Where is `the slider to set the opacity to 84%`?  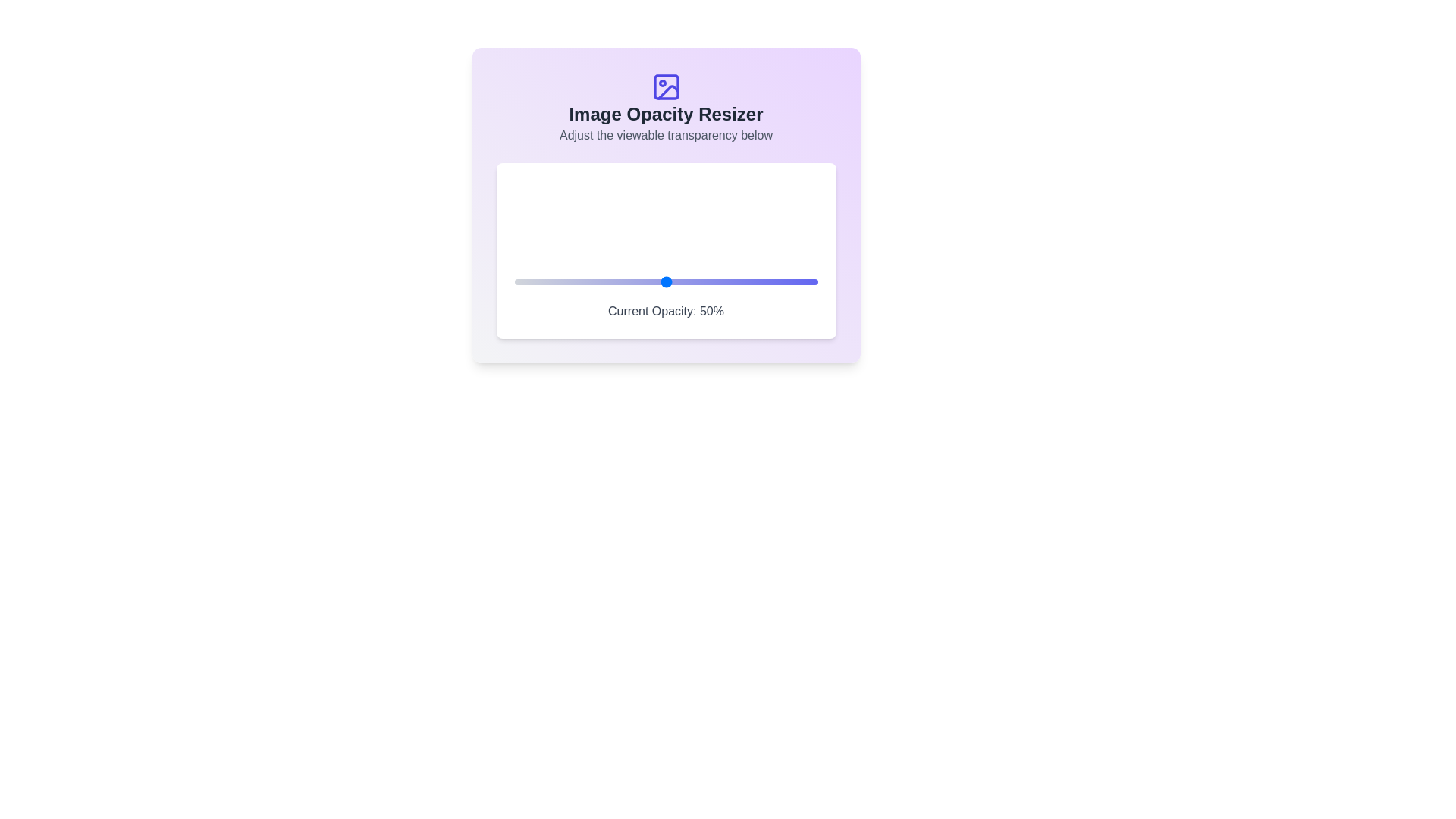 the slider to set the opacity to 84% is located at coordinates (769, 281).